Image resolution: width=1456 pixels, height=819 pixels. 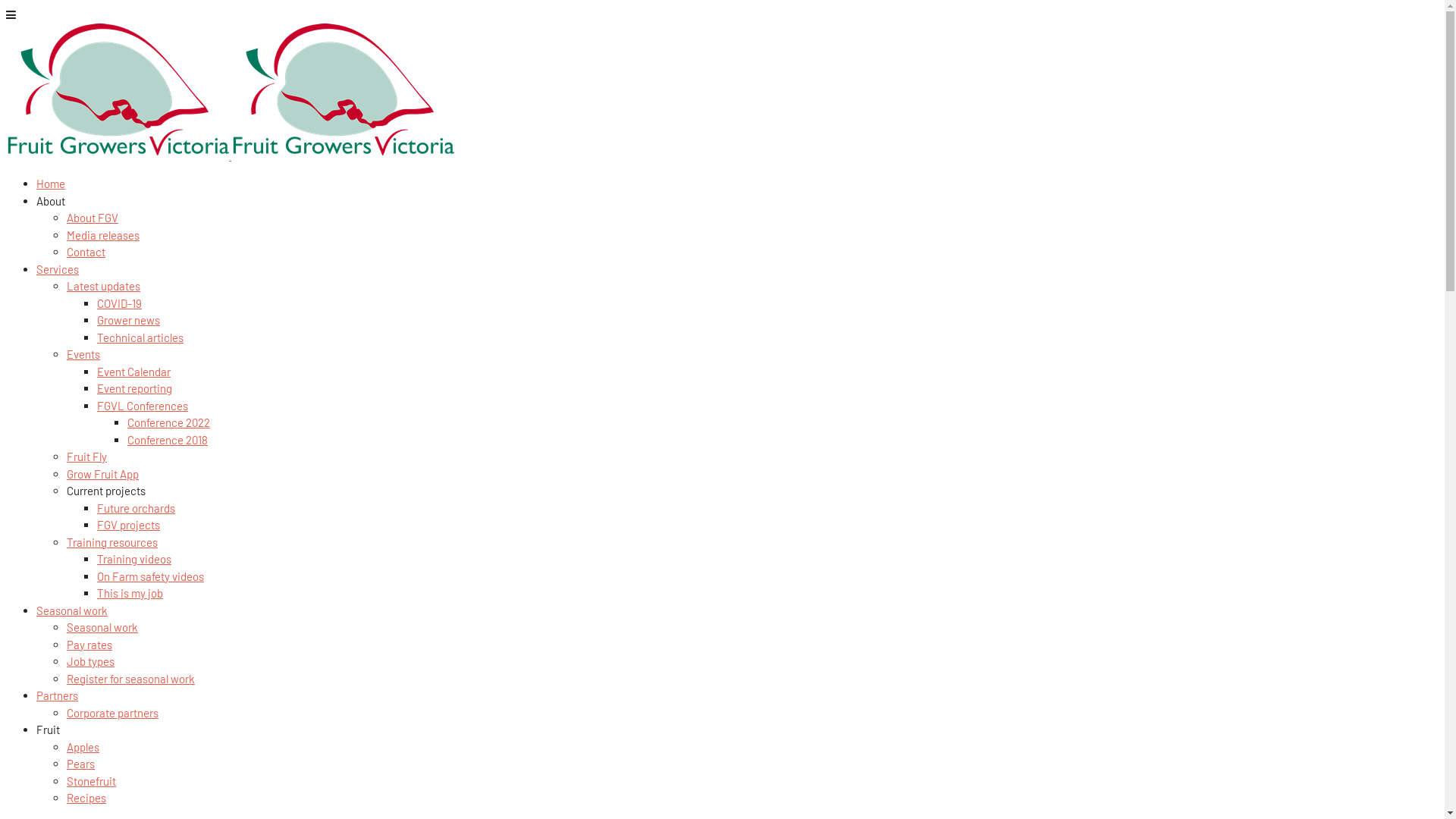 I want to click on 'Corporate partners', so click(x=111, y=711).